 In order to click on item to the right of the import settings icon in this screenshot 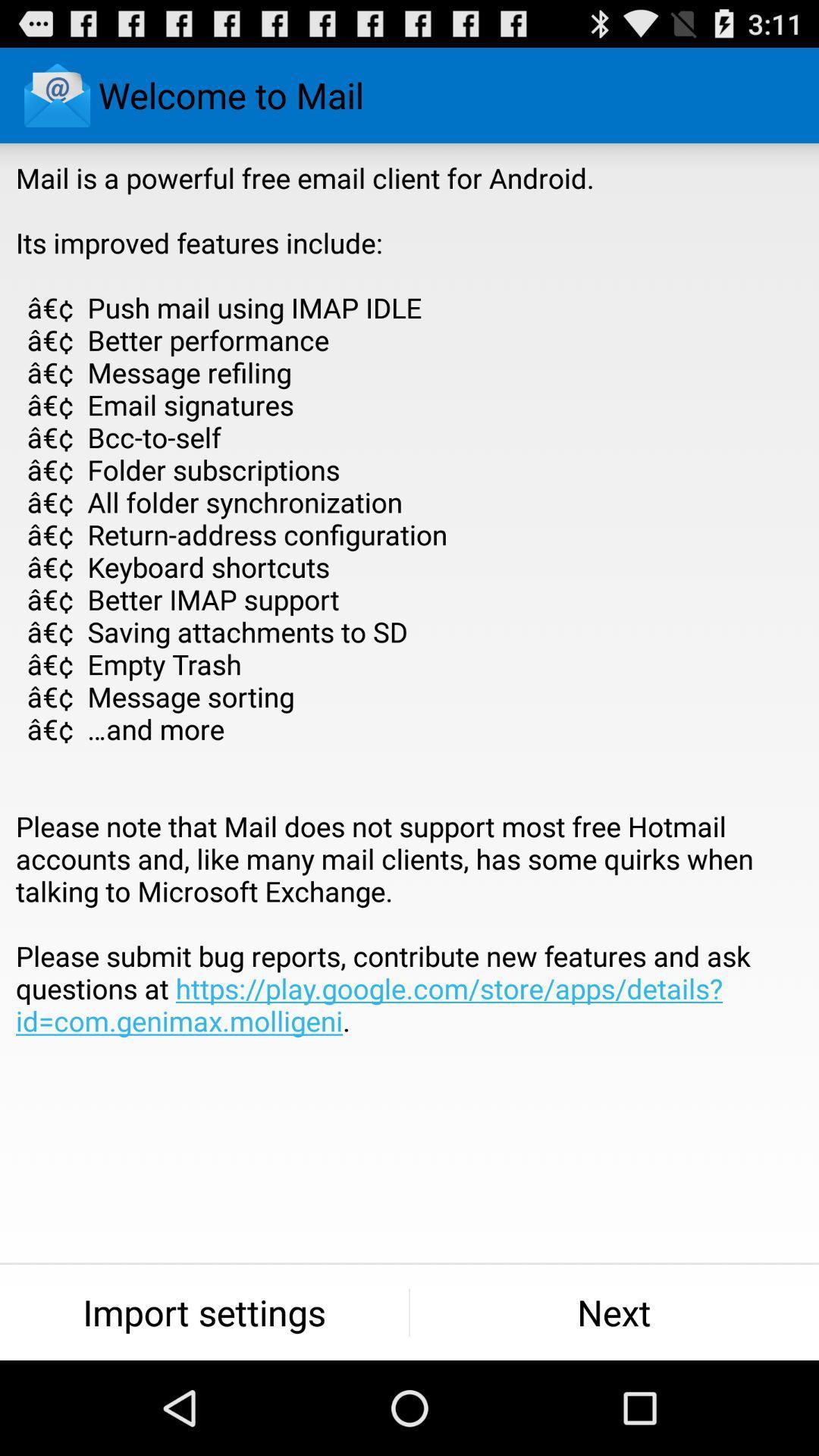, I will do `click(614, 1312)`.